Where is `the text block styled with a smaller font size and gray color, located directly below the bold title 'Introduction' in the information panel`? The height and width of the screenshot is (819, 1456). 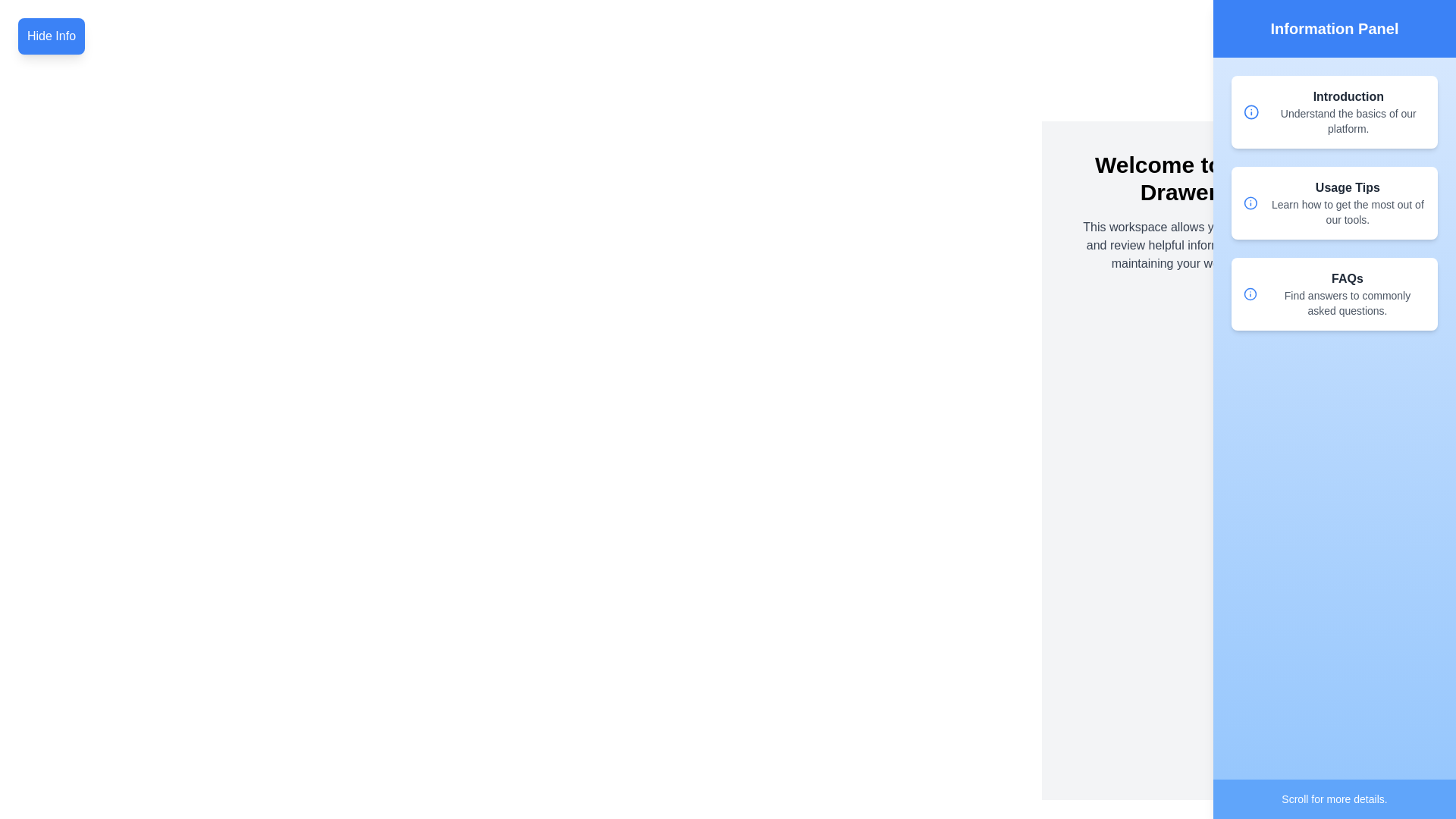
the text block styled with a smaller font size and gray color, located directly below the bold title 'Introduction' in the information panel is located at coordinates (1348, 120).